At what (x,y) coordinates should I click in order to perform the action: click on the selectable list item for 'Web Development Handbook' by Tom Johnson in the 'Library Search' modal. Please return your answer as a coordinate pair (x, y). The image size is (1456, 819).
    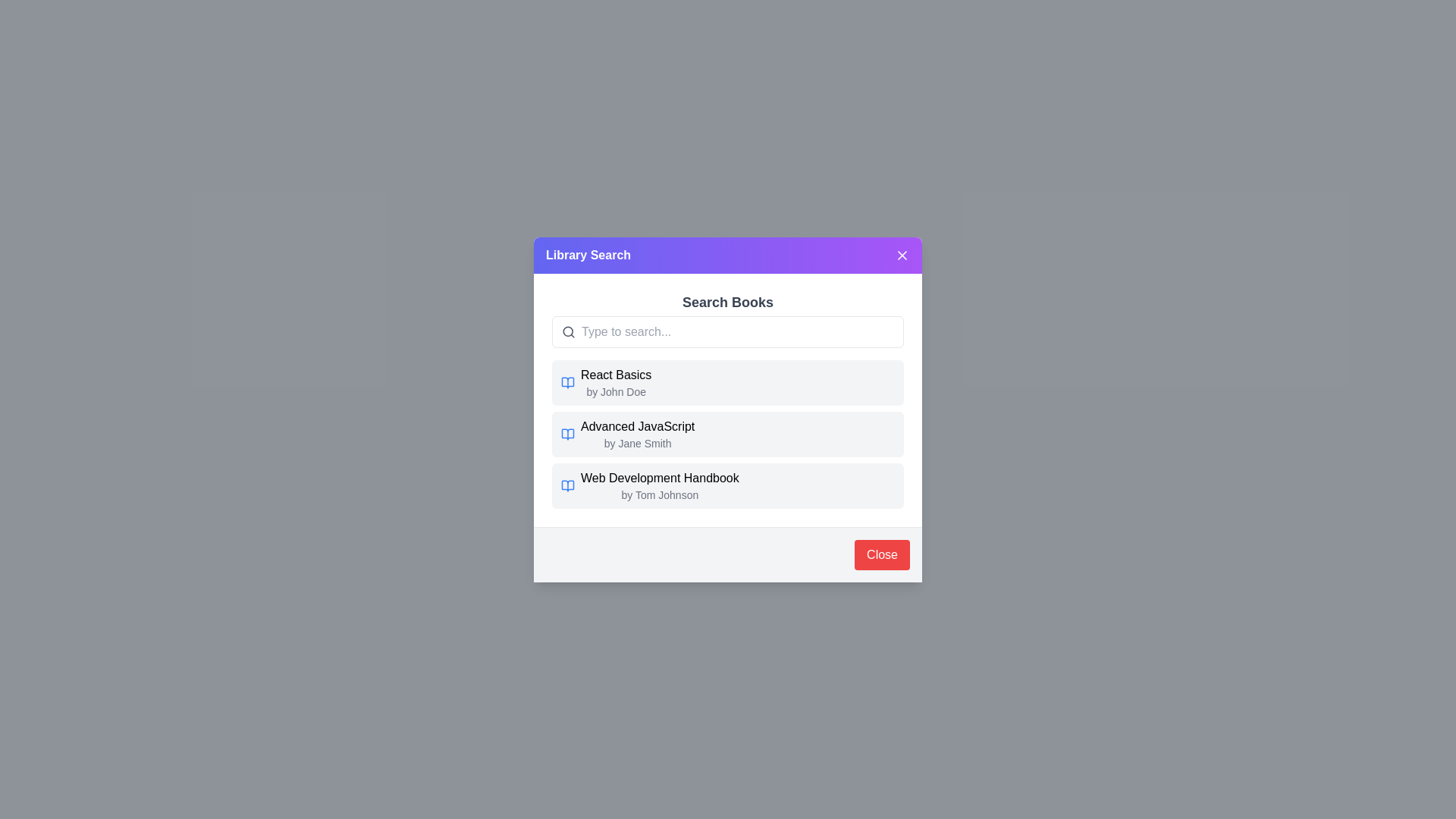
    Looking at the image, I should click on (728, 485).